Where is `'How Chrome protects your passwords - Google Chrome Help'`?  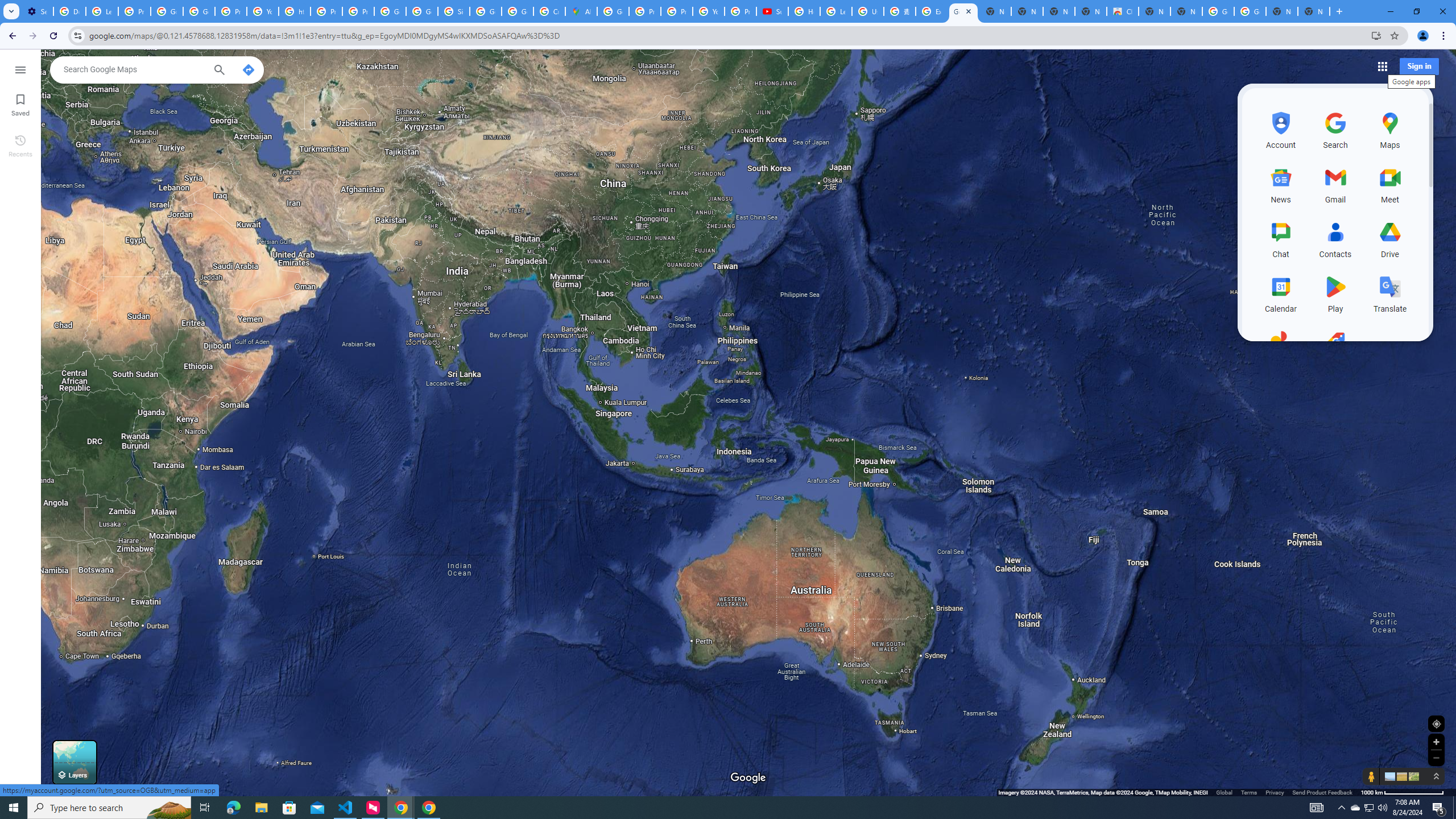 'How Chrome protects your passwords - Google Chrome Help' is located at coordinates (804, 11).